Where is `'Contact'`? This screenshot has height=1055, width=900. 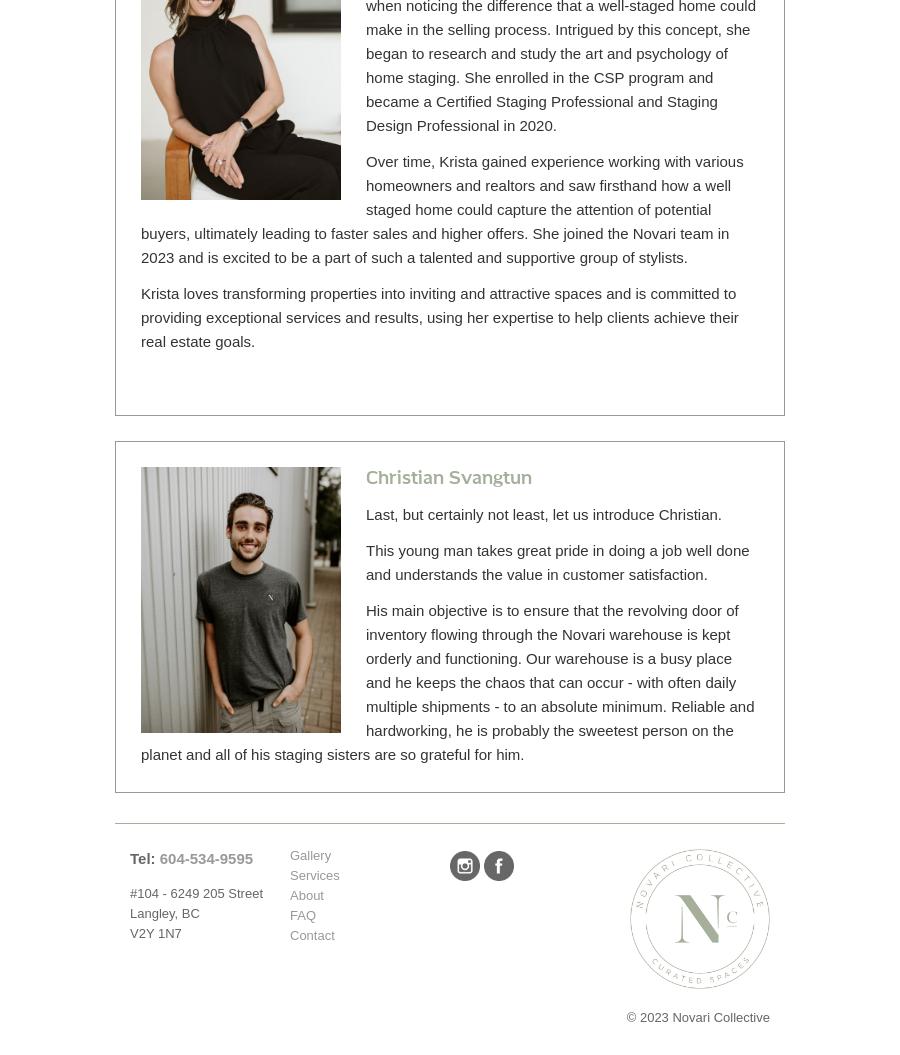
'Contact' is located at coordinates (311, 934).